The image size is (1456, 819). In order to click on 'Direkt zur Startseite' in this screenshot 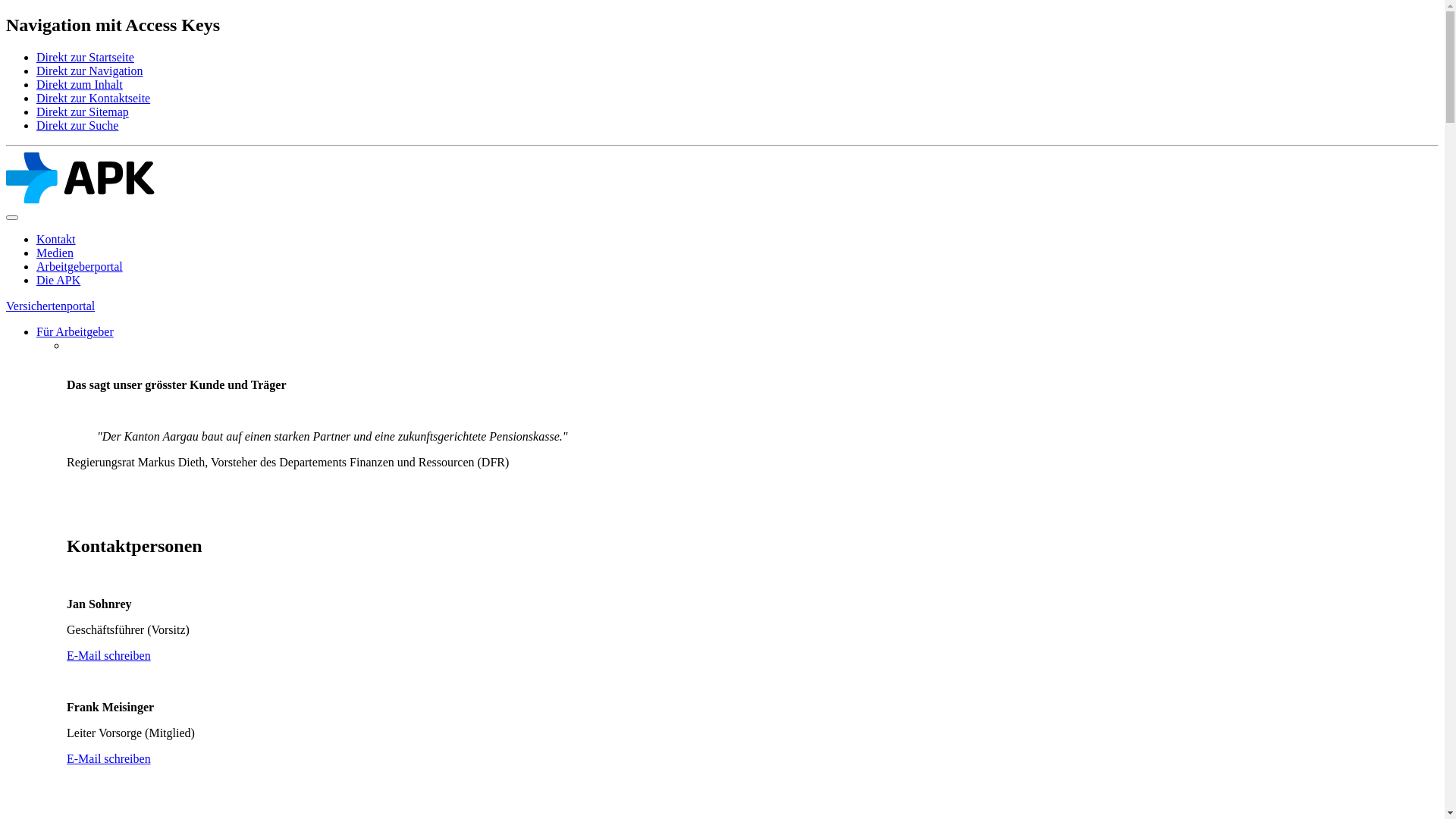, I will do `click(84, 56)`.